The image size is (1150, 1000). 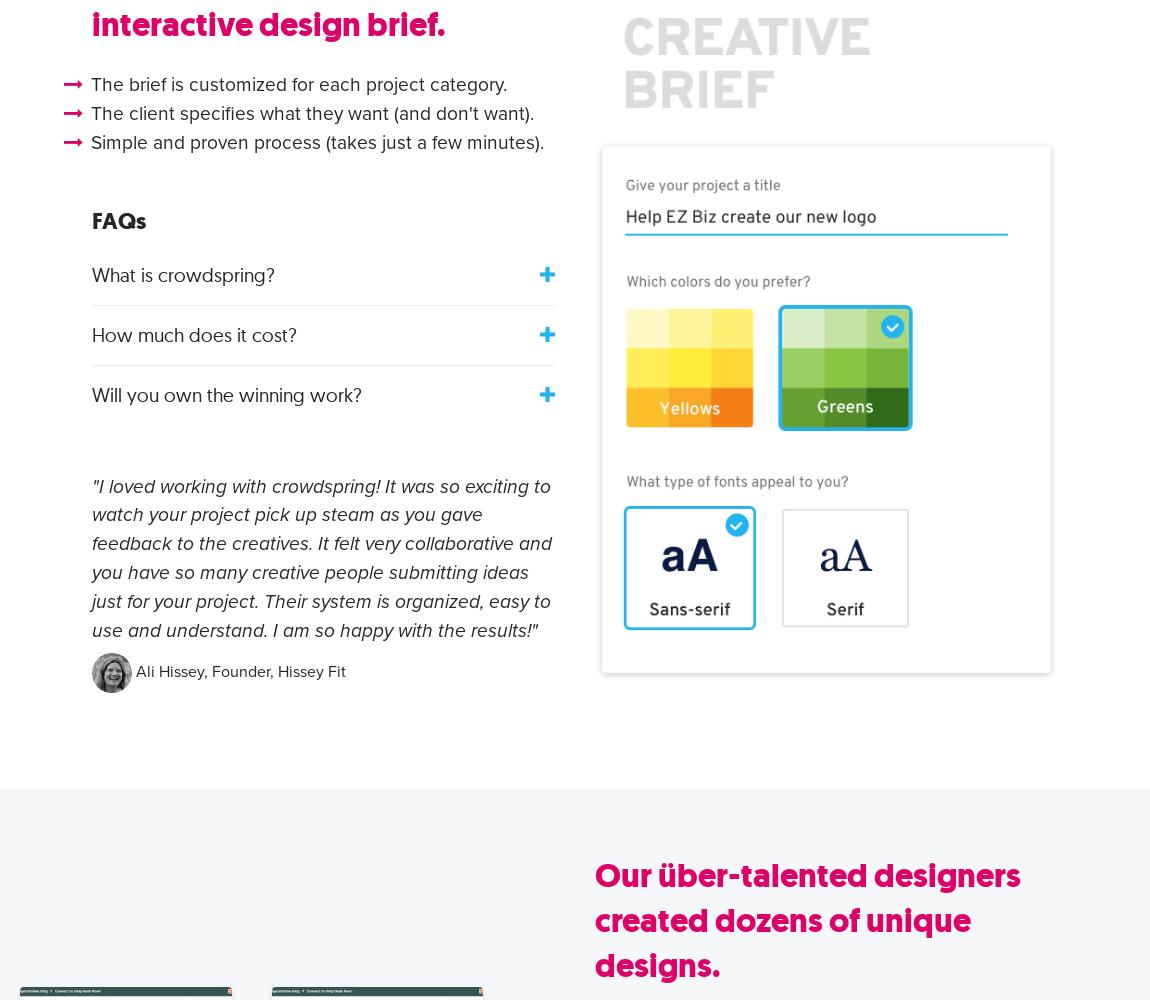 What do you see at coordinates (89, 274) in the screenshot?
I see `'What is crowdspring?'` at bounding box center [89, 274].